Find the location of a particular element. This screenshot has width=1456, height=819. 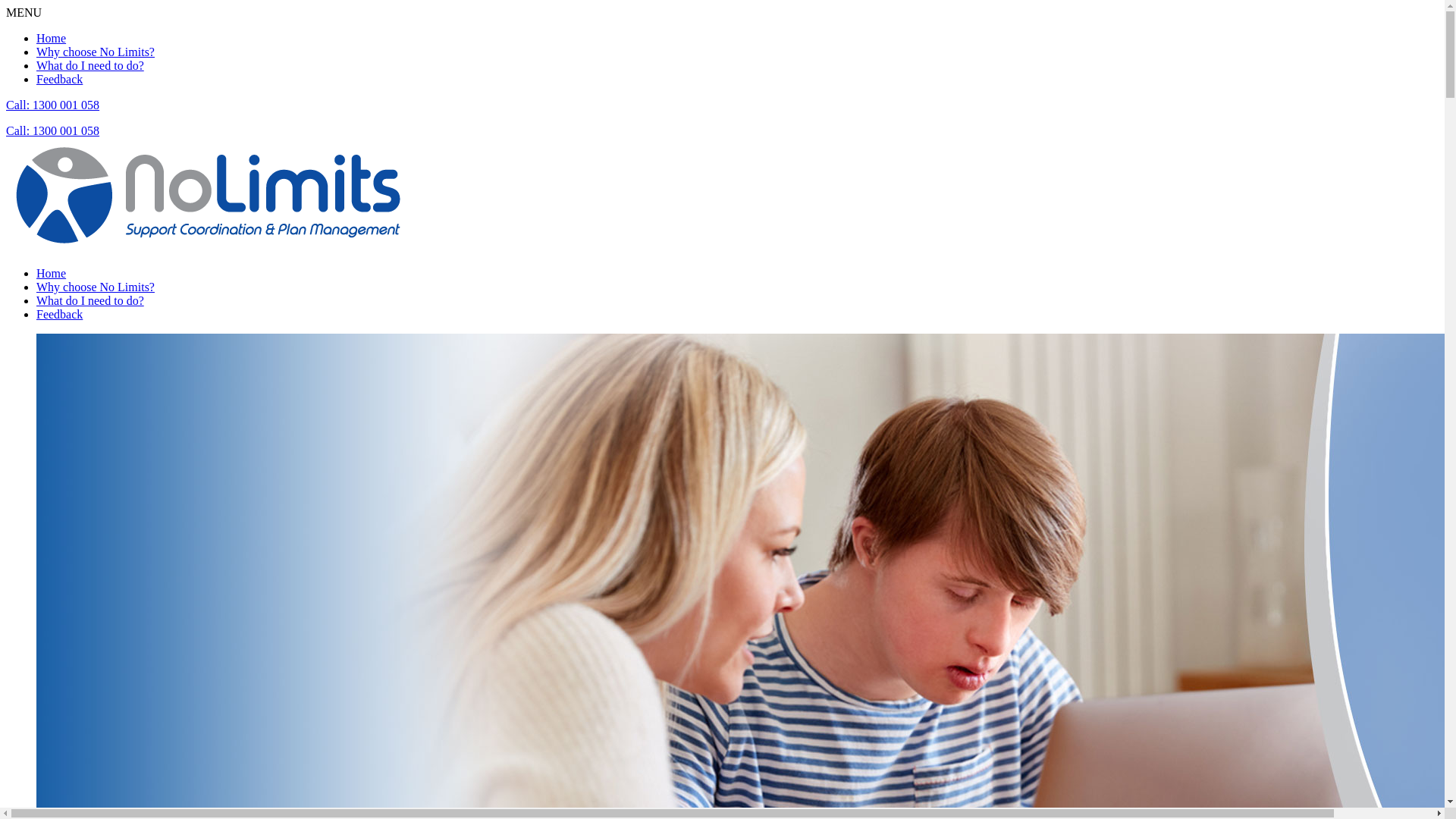

'Home' is located at coordinates (51, 37).